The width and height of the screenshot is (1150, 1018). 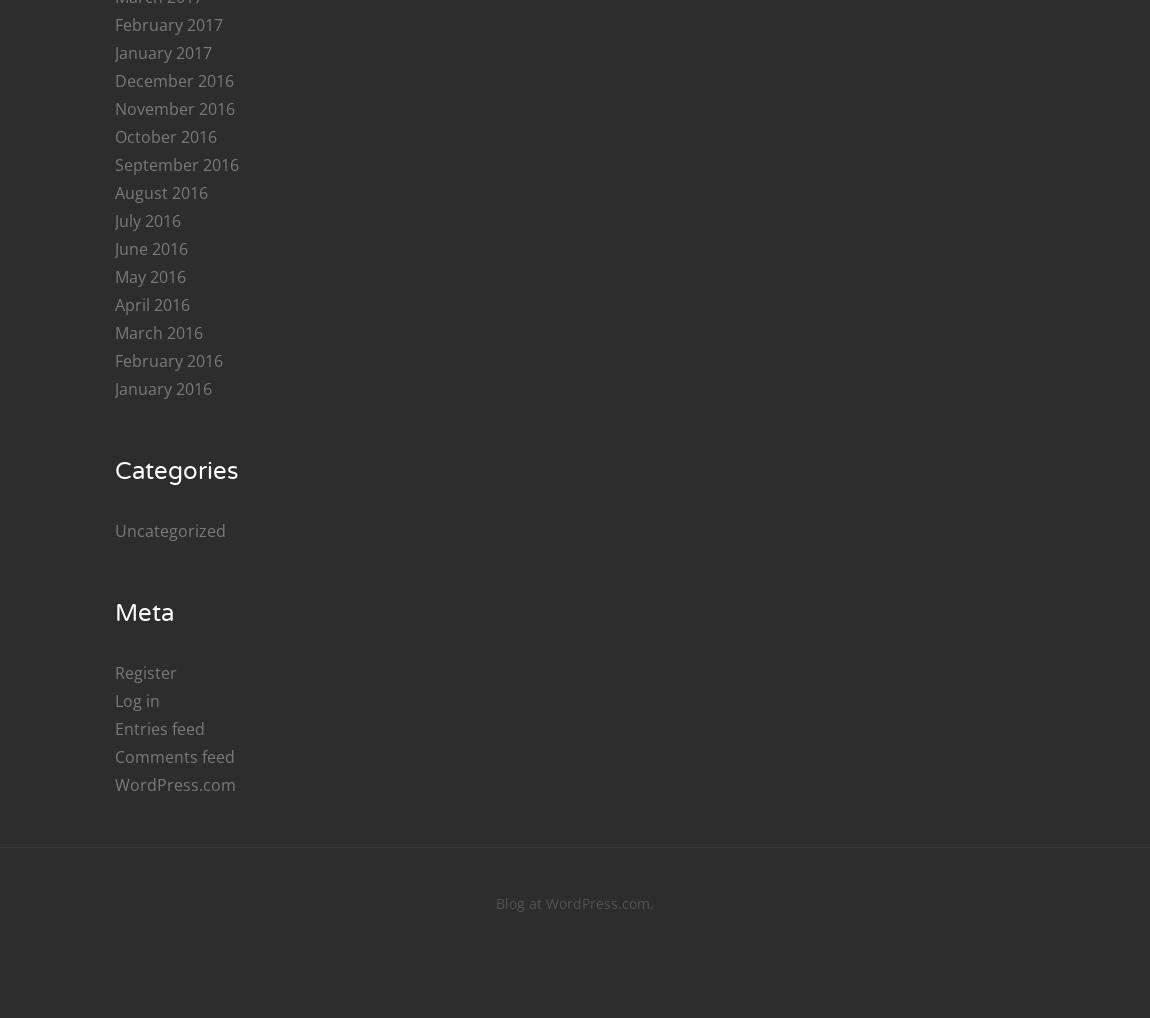 I want to click on 'August 2017', so click(x=160, y=816).